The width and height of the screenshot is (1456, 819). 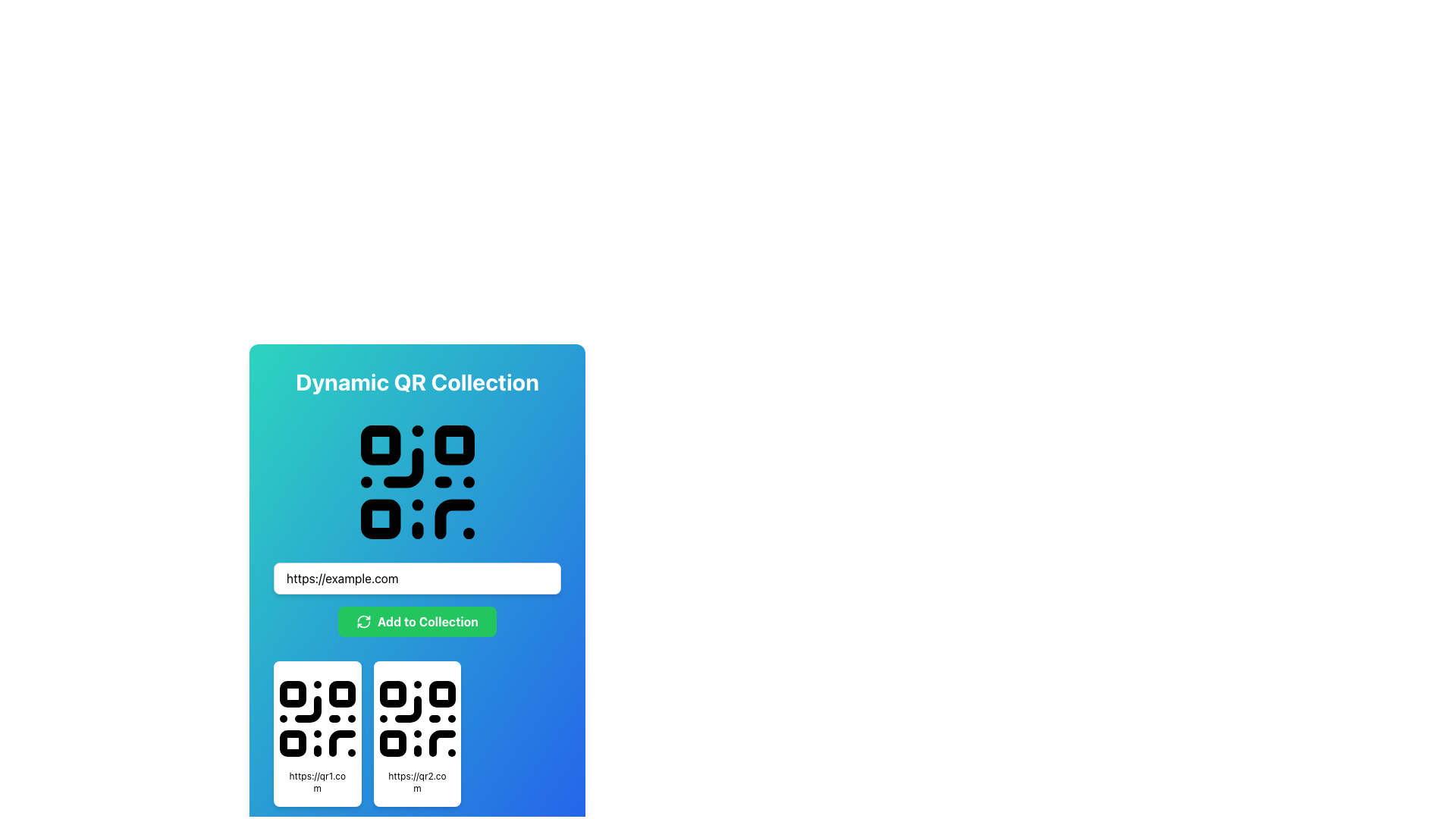 What do you see at coordinates (417, 733) in the screenshot?
I see `the white card with rounded corners and a black QR code icon, which contains the text 'https://qr2.com', located in the bottom right area of the layout` at bounding box center [417, 733].